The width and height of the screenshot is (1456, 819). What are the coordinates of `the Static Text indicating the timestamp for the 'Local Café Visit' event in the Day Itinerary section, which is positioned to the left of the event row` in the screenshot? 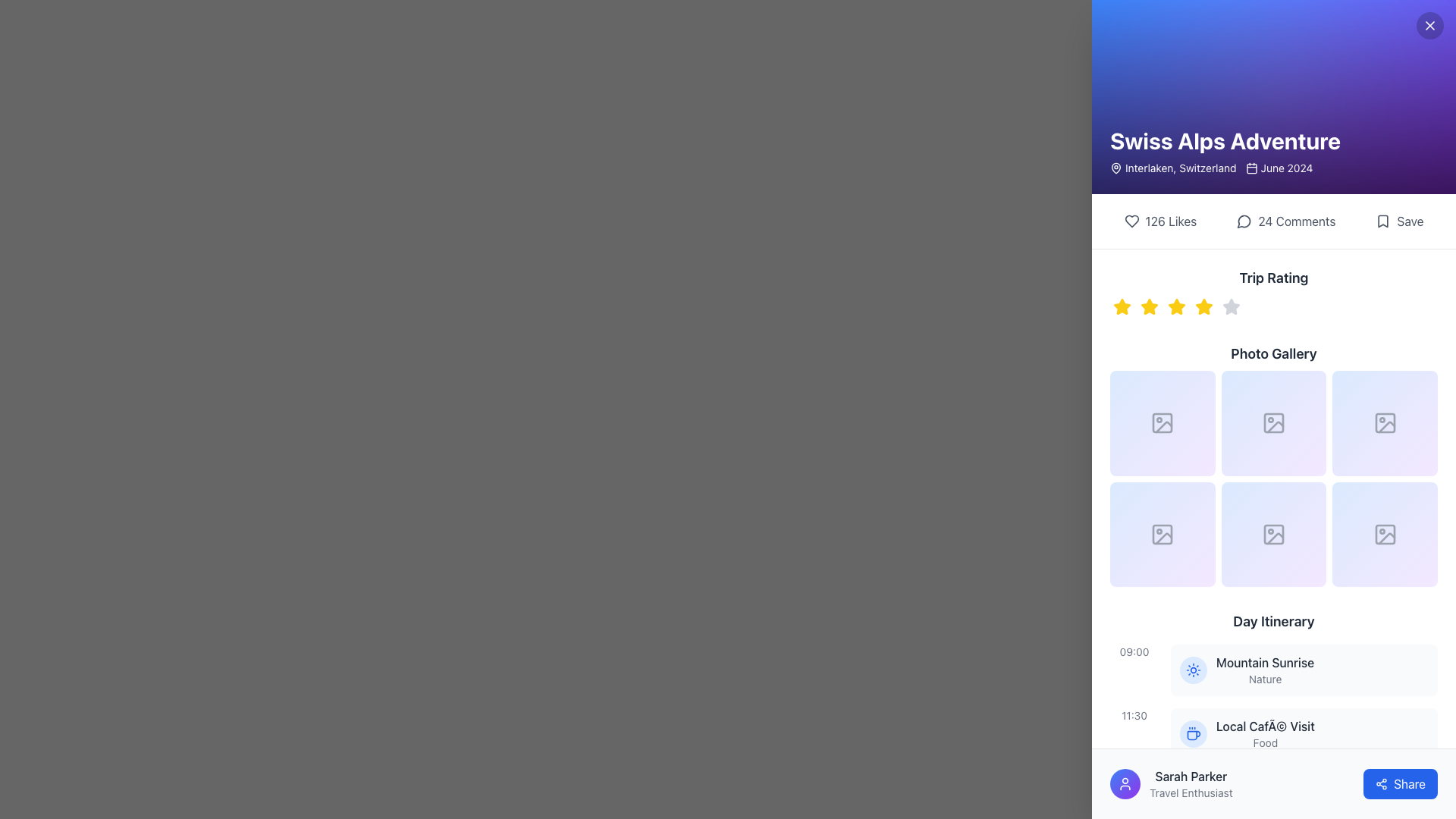 It's located at (1134, 716).